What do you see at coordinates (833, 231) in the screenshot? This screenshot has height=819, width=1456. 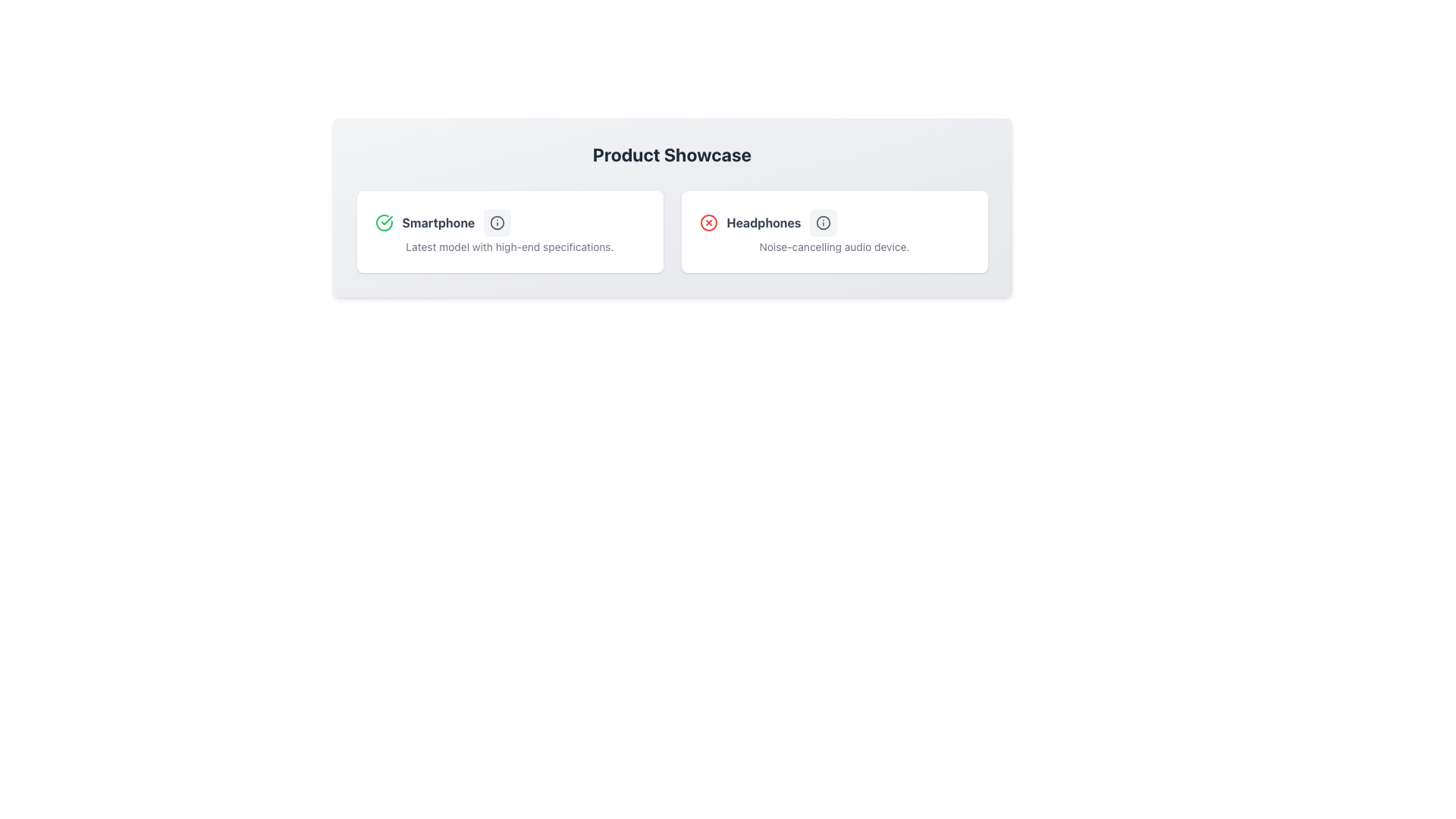 I see `the informational card displaying the product 'Headphones', which is the second card in the 'Product Showcase' layout, located to the right of the 'Smartphone' card` at bounding box center [833, 231].